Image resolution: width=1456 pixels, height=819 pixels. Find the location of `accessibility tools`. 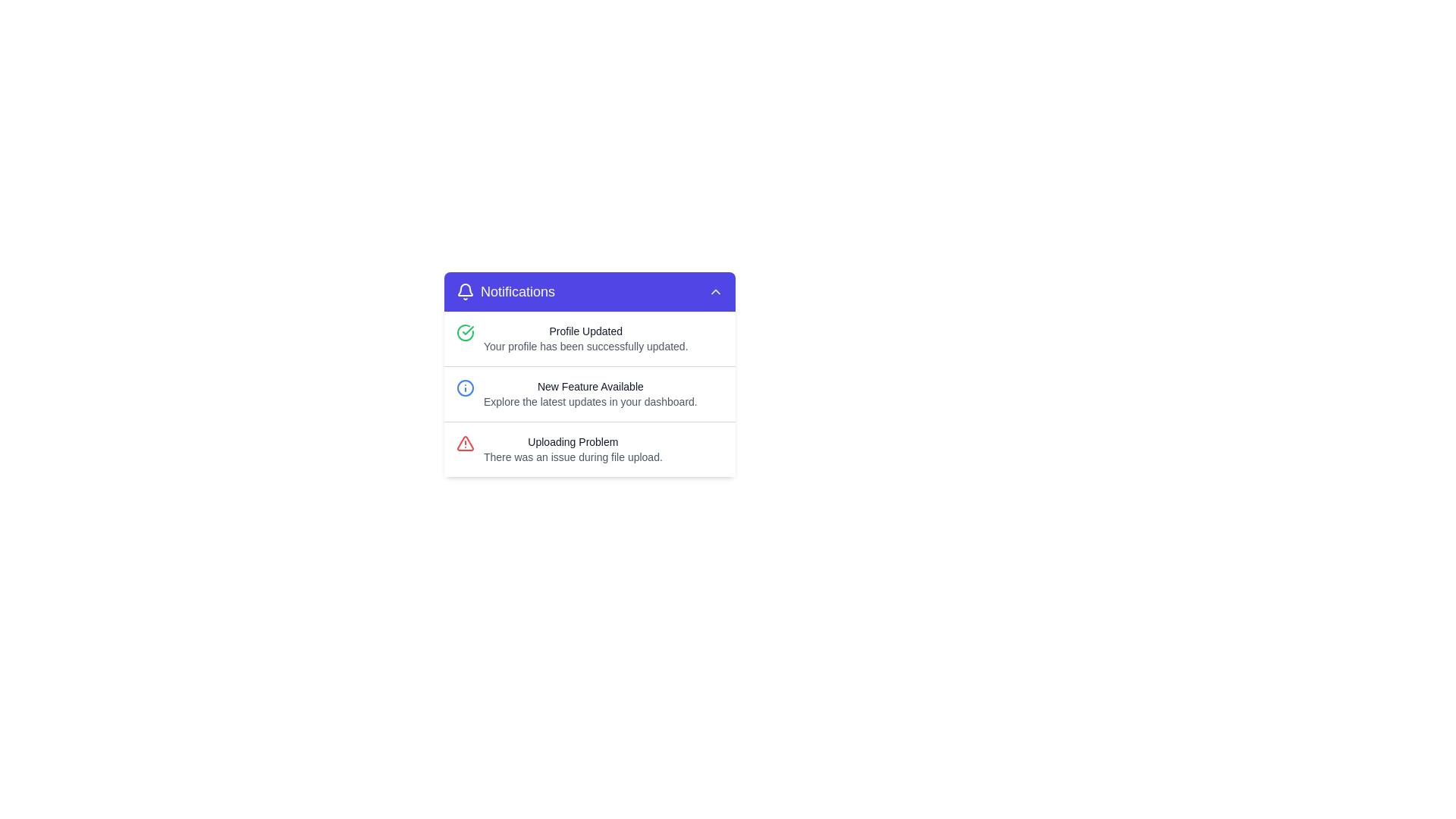

accessibility tools is located at coordinates (465, 289).